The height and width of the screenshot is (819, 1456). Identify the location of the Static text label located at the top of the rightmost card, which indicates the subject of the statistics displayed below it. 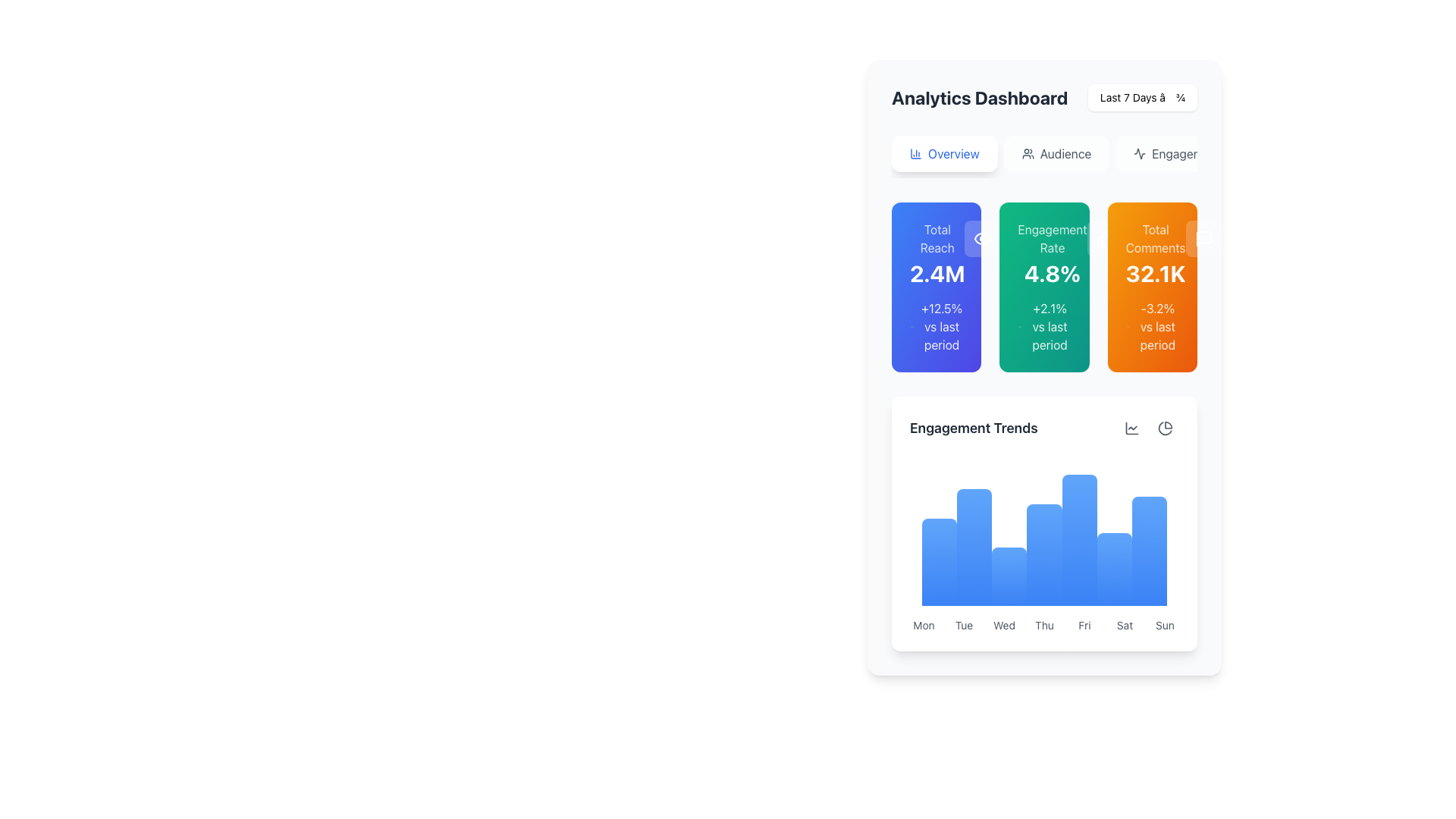
(1155, 239).